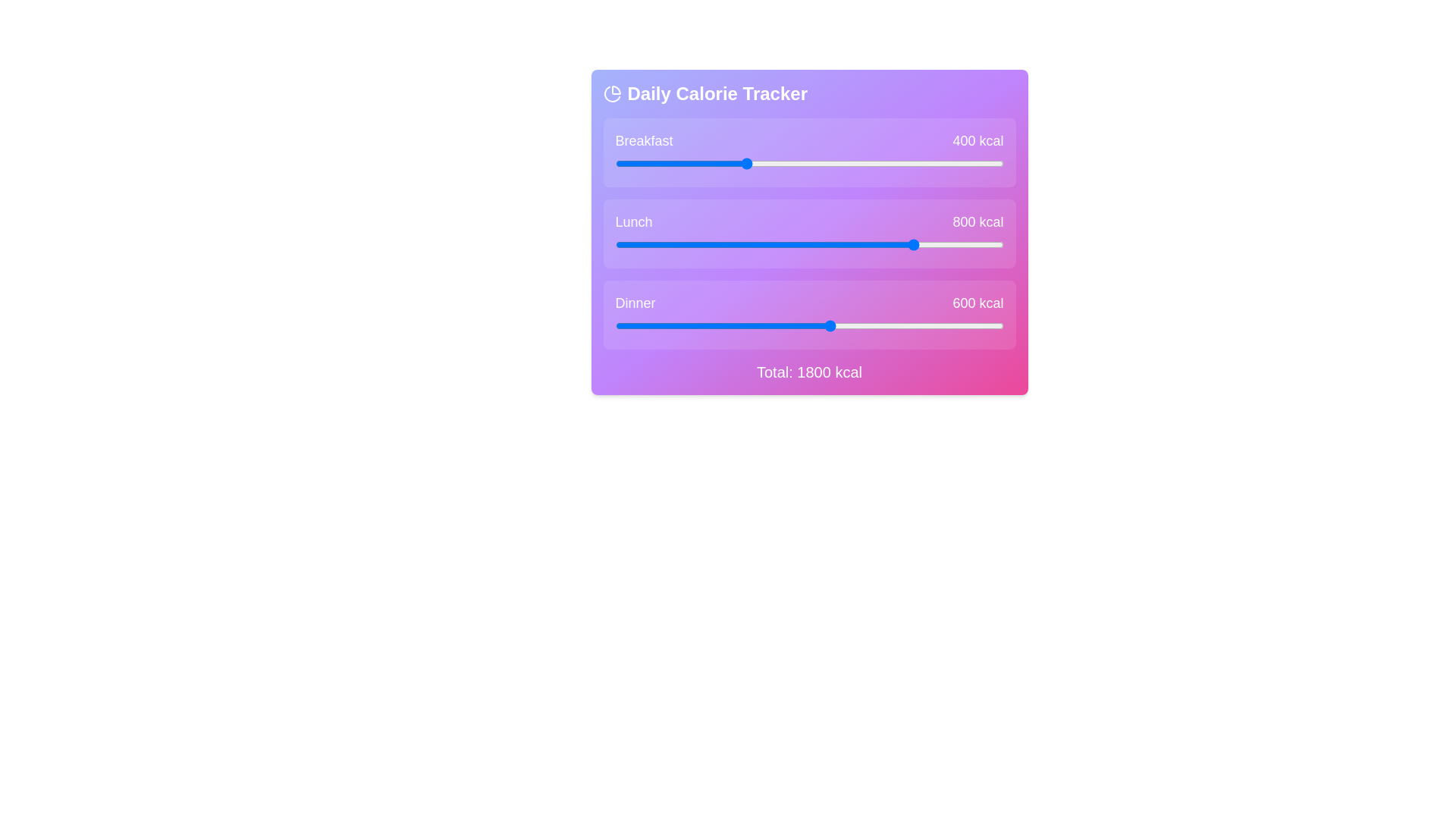 The height and width of the screenshot is (819, 1456). What do you see at coordinates (955, 244) in the screenshot?
I see `the lunch calorie value` at bounding box center [955, 244].